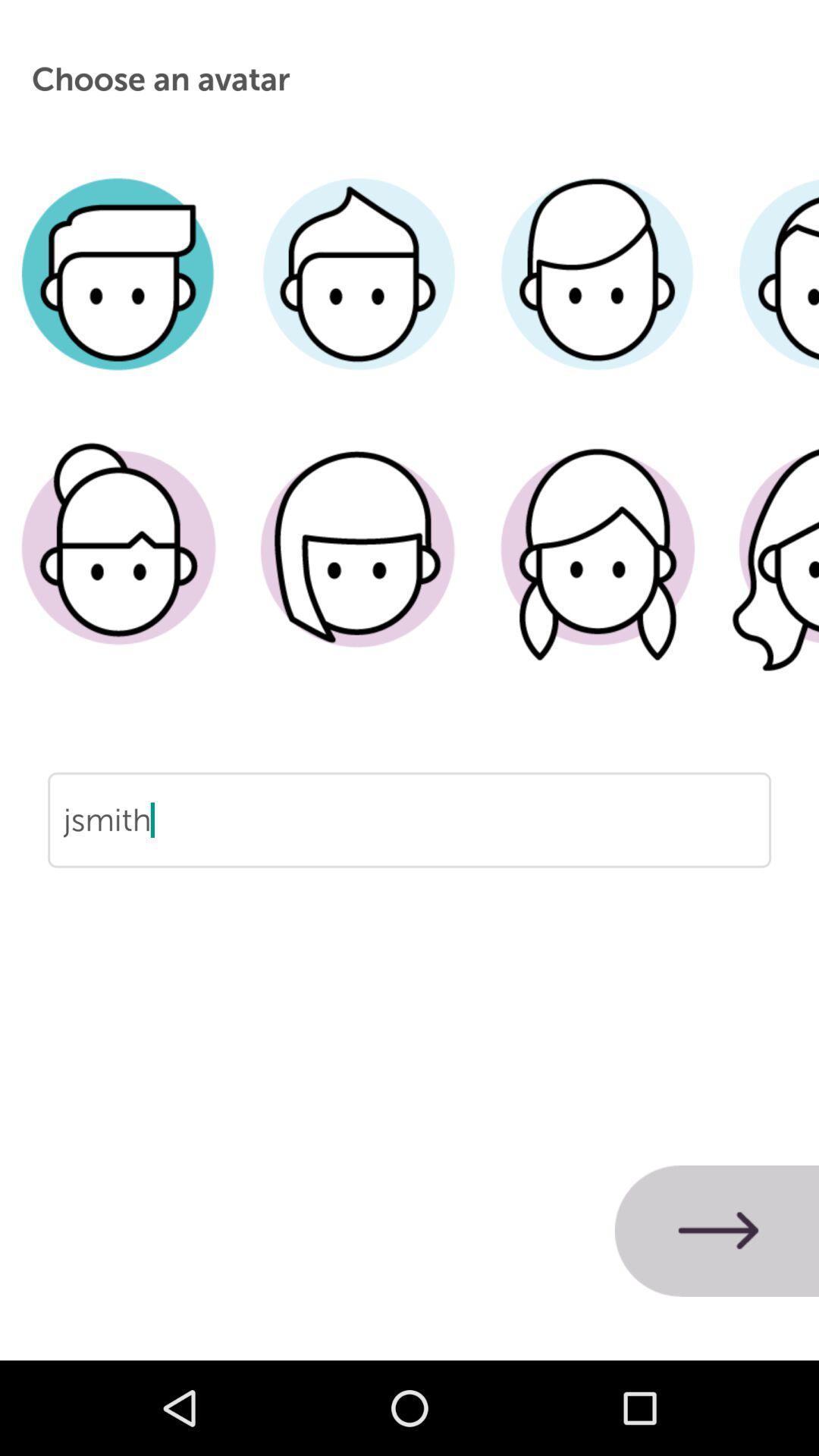 This screenshot has width=819, height=1456. I want to click on pick avatar, so click(358, 570).